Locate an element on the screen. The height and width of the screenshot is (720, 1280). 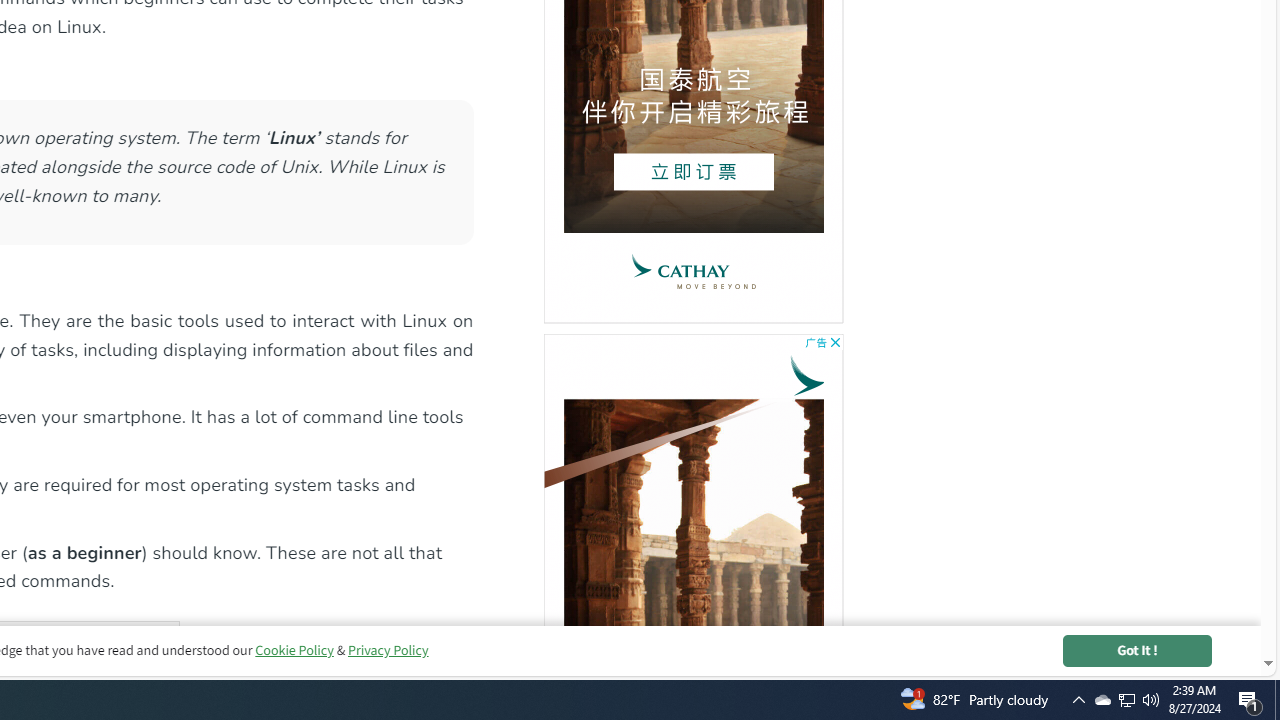
'Cookie Policy' is located at coordinates (293, 650).